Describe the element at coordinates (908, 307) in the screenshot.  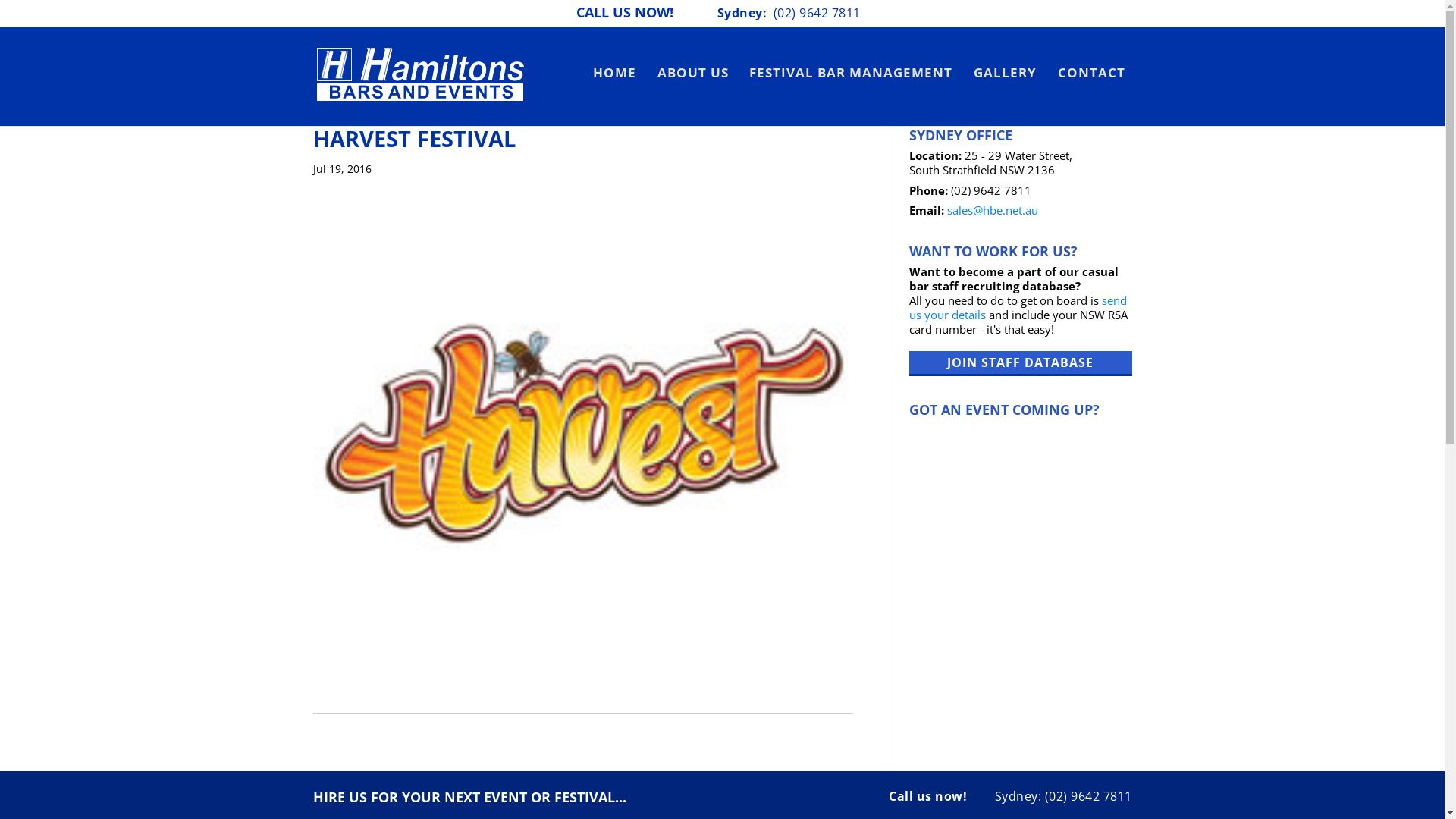
I see `'send us your details'` at that location.